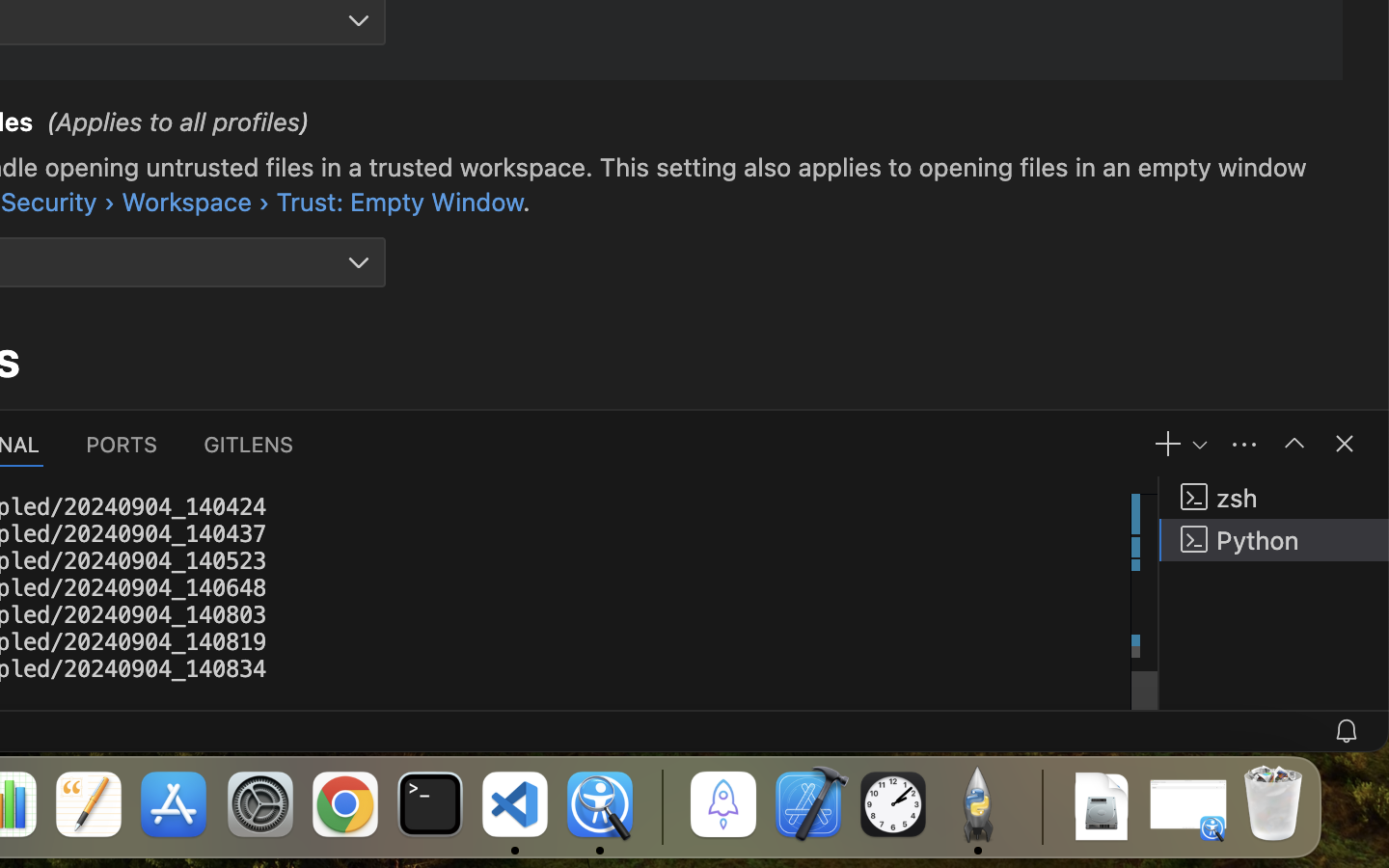 Image resolution: width=1389 pixels, height=868 pixels. I want to click on '', so click(1345, 442).